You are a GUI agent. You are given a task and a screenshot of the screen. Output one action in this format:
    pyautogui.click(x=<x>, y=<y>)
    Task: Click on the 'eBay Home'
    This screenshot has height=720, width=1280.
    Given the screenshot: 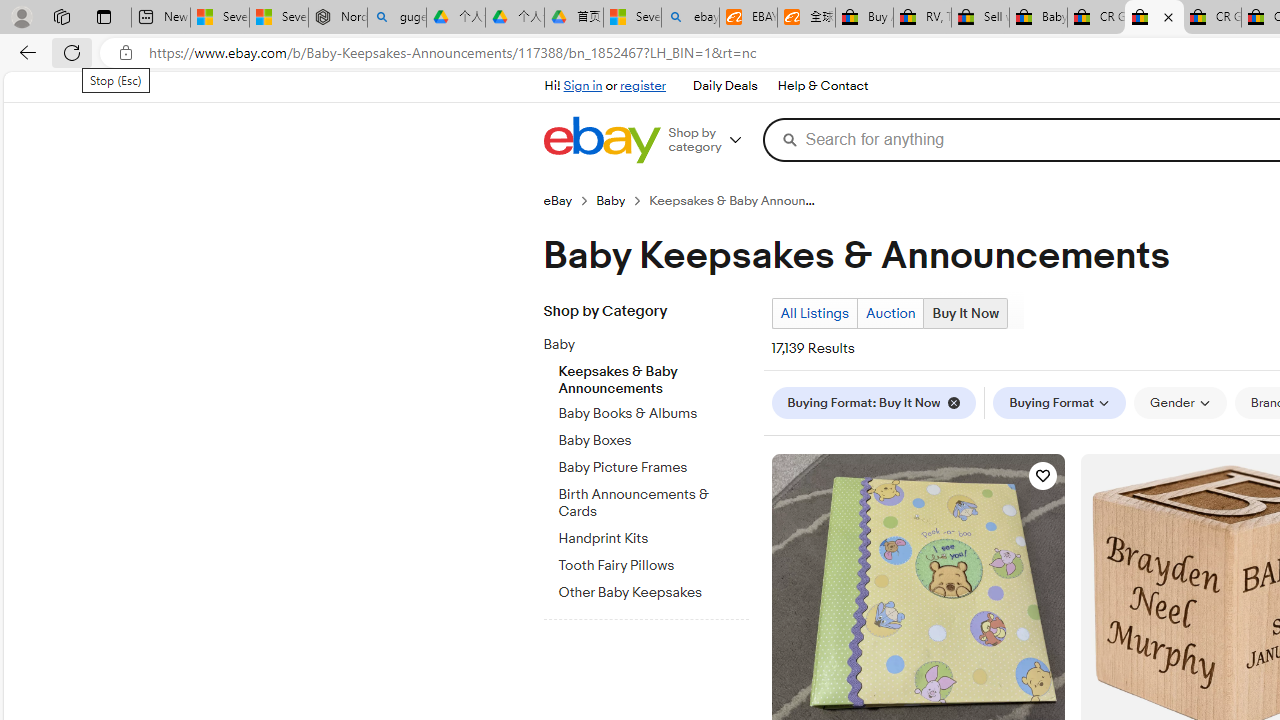 What is the action you would take?
    pyautogui.click(x=600, y=139)
    